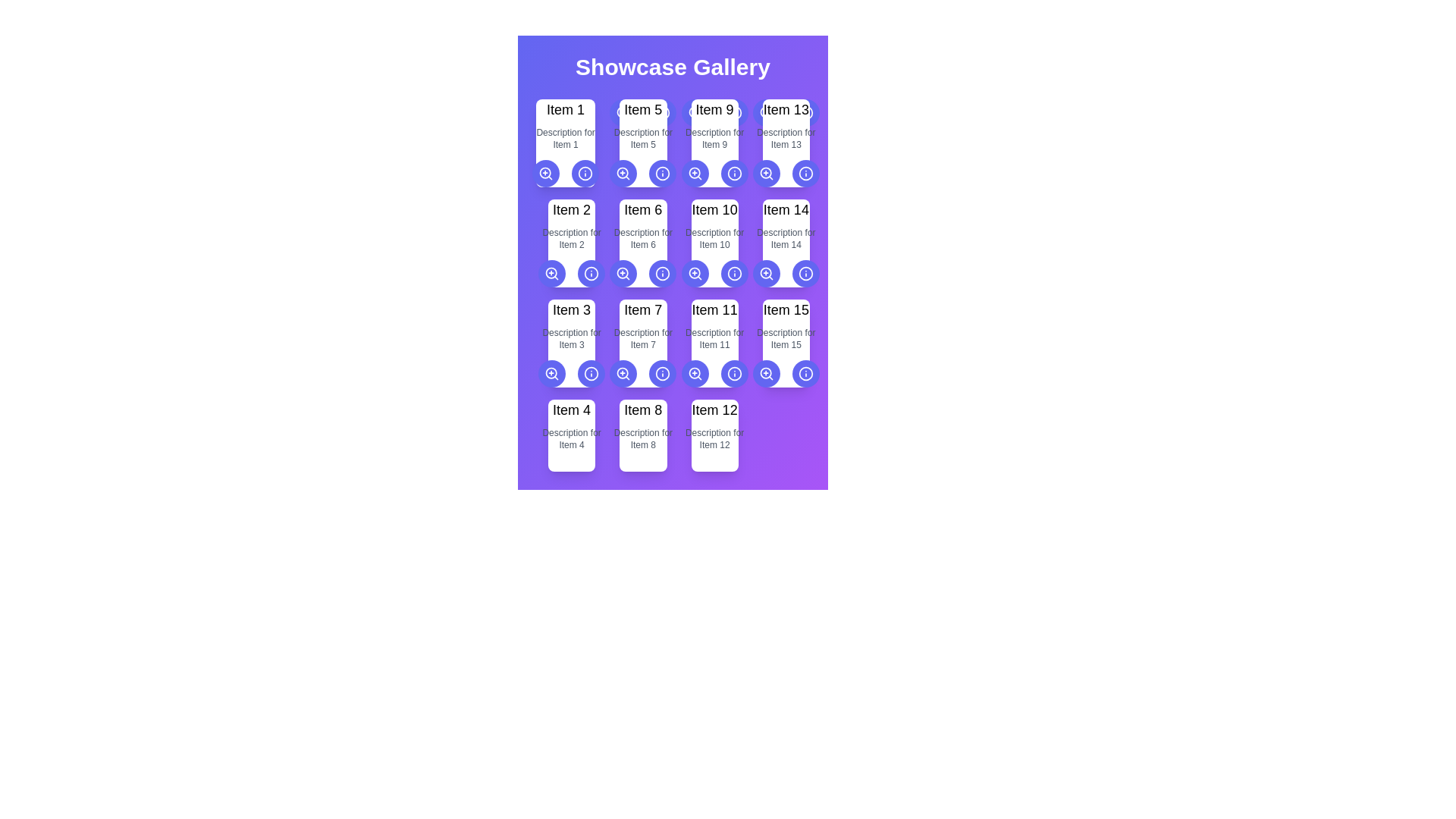 The width and height of the screenshot is (1456, 819). Describe the element at coordinates (623, 374) in the screenshot. I see `the zoom-in button, which is the leftmost circular icon below the card labeled Item 7` at that location.